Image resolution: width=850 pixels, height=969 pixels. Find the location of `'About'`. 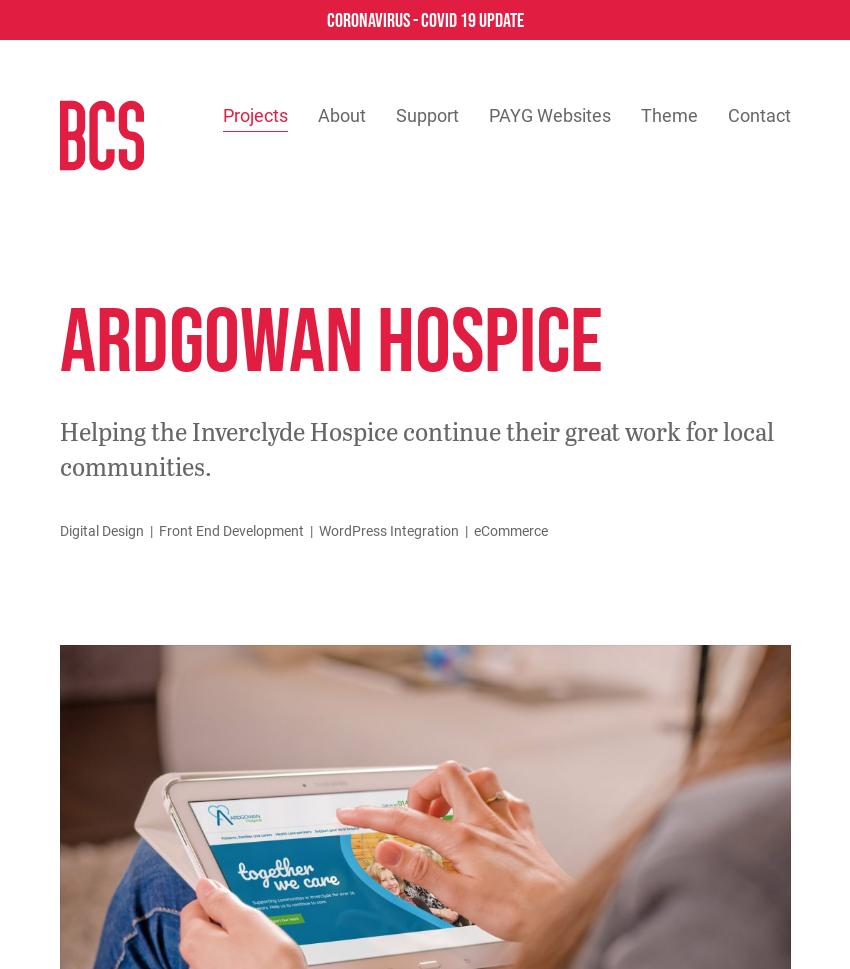

'About' is located at coordinates (340, 115).